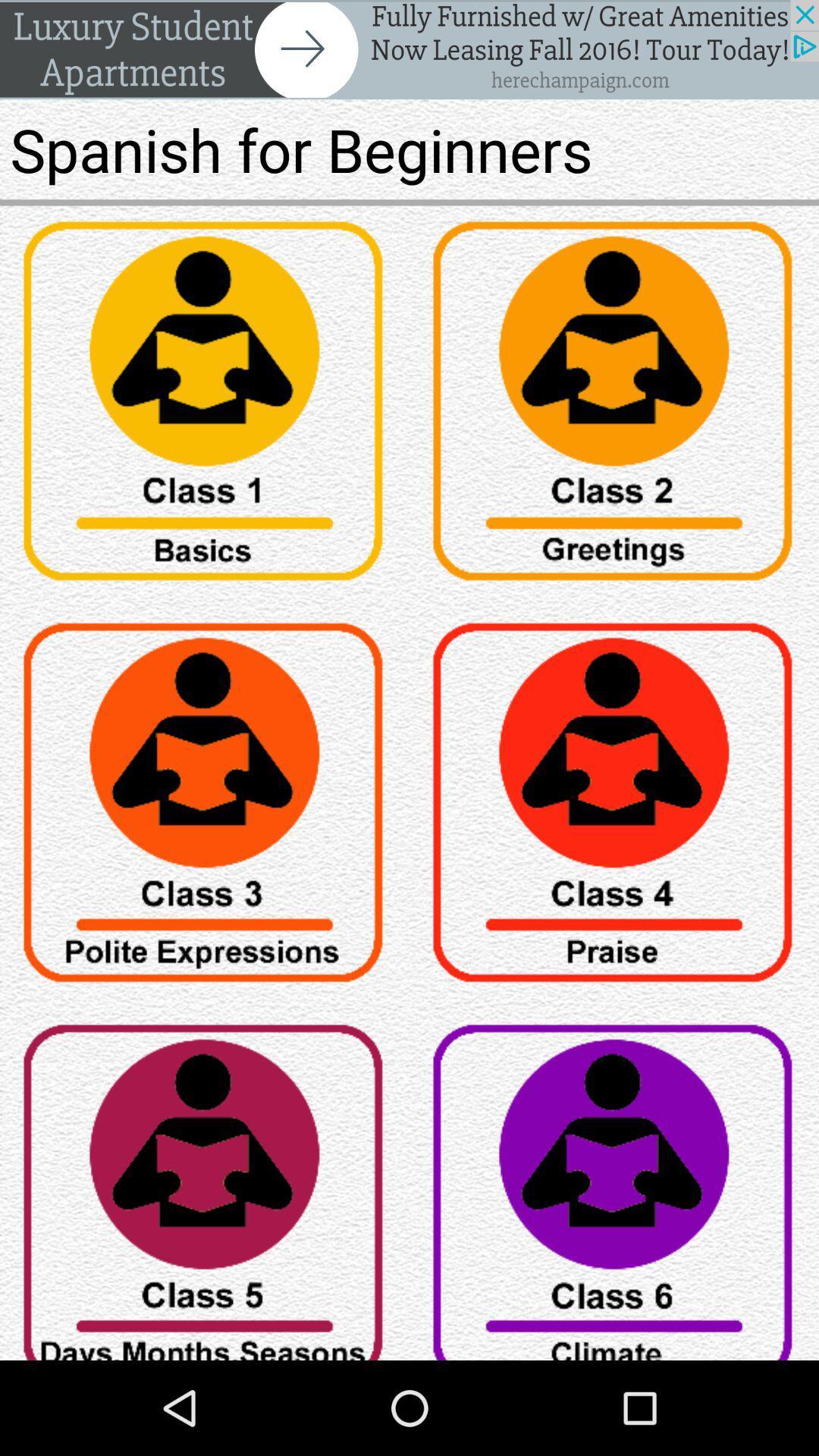 The height and width of the screenshot is (1456, 819). What do you see at coordinates (205, 807) in the screenshot?
I see `button option` at bounding box center [205, 807].